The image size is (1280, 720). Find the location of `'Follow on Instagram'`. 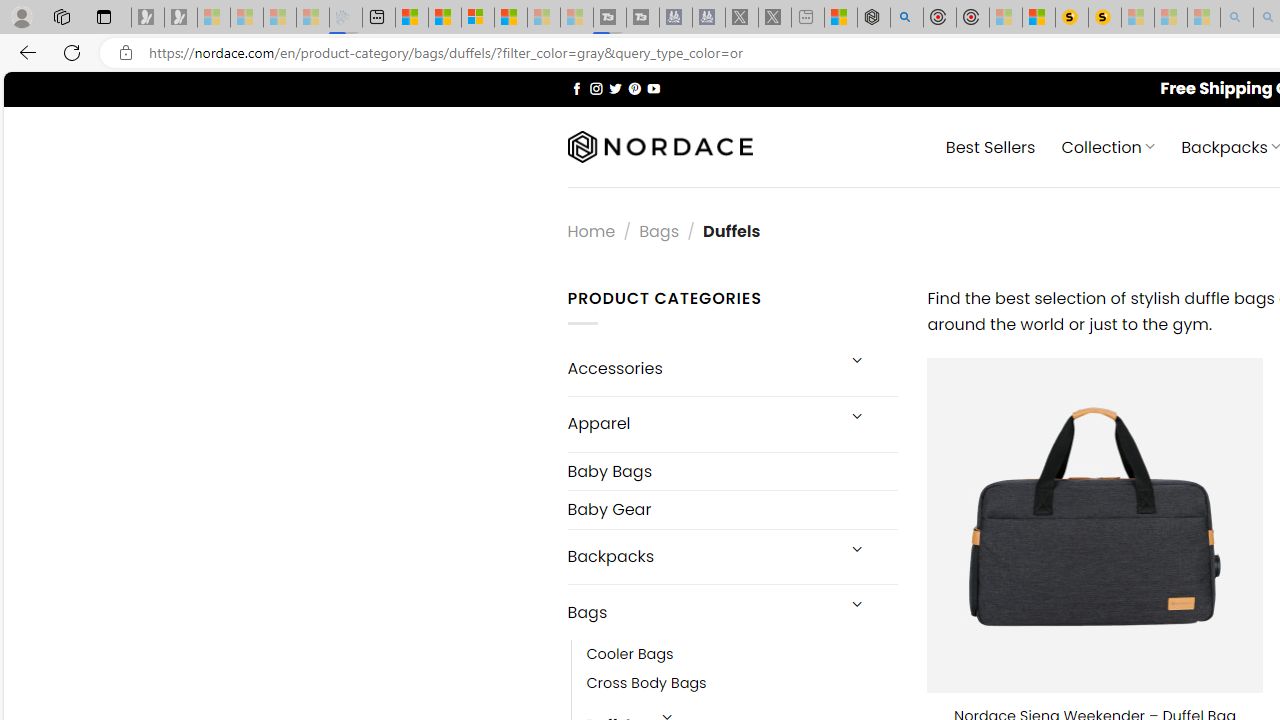

'Follow on Instagram' is located at coordinates (595, 87).